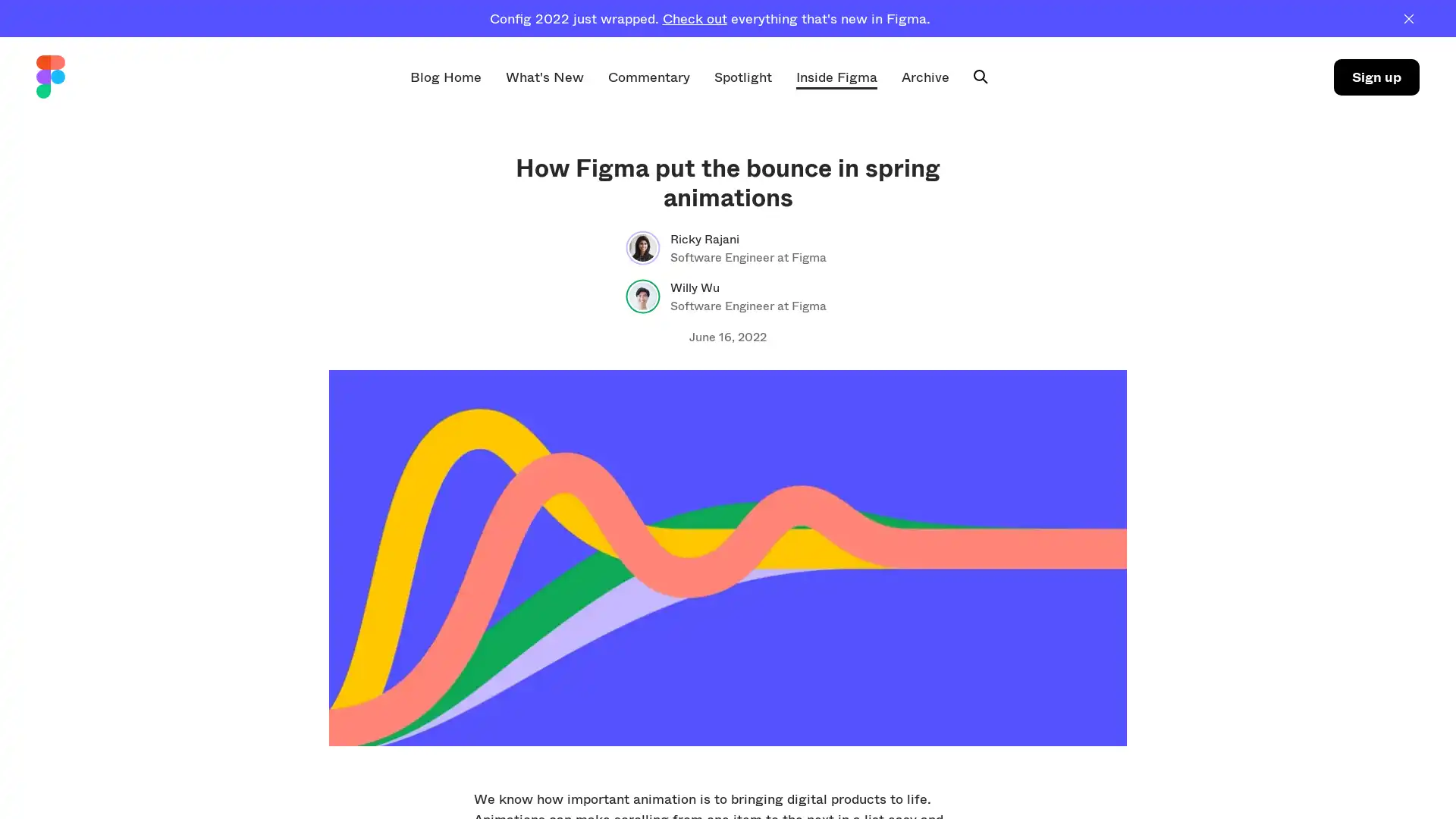 This screenshot has width=1456, height=819. I want to click on Sign up, so click(1376, 76).